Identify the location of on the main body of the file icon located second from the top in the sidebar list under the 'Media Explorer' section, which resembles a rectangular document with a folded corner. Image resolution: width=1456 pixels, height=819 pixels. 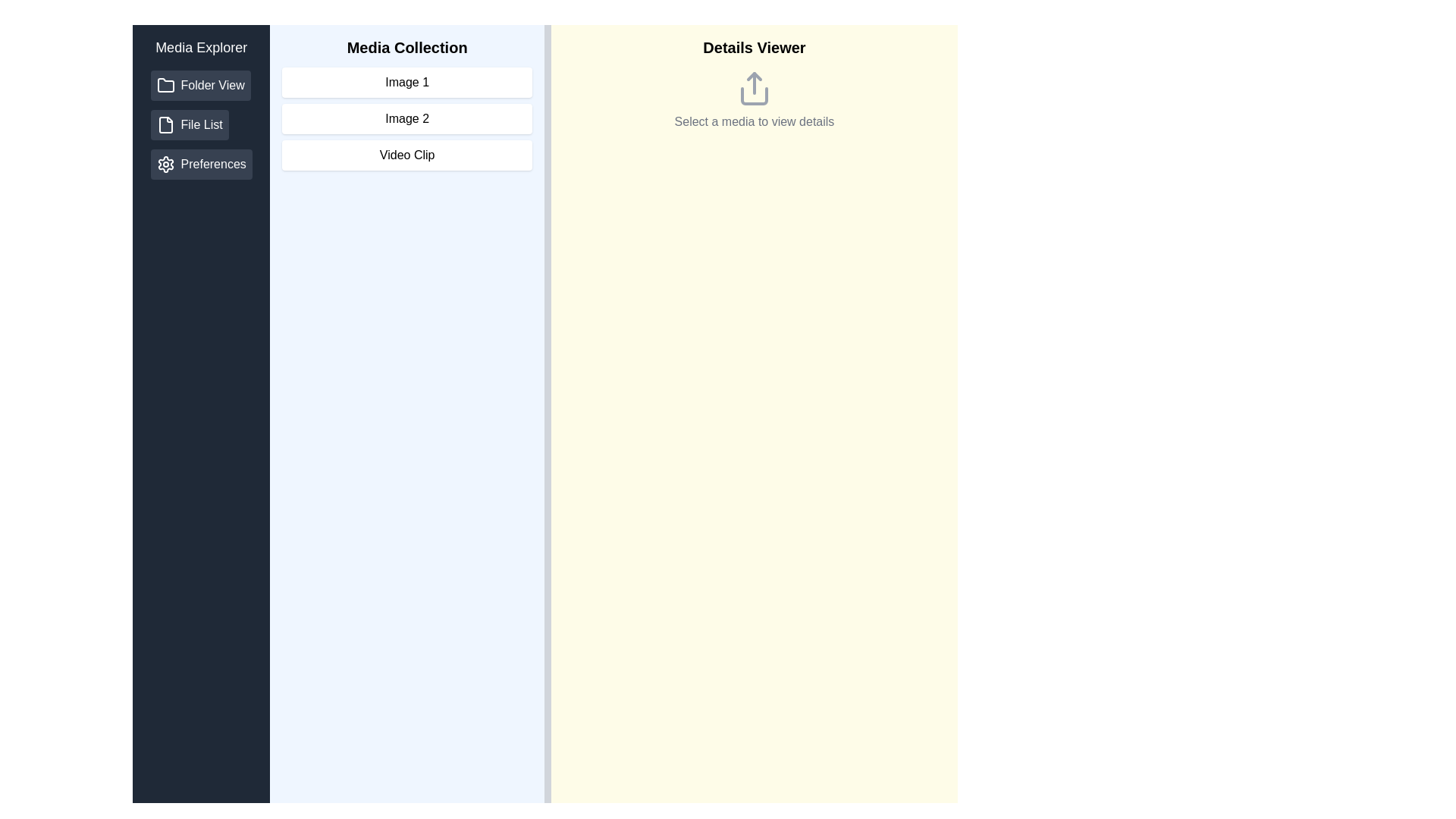
(165, 124).